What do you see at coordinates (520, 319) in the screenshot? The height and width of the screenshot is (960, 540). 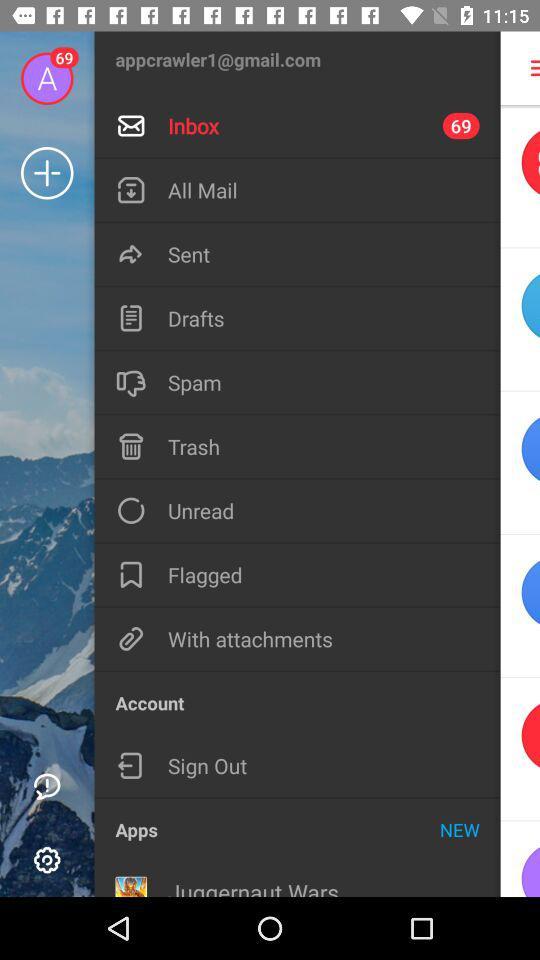 I see `the arrow_backward icon` at bounding box center [520, 319].